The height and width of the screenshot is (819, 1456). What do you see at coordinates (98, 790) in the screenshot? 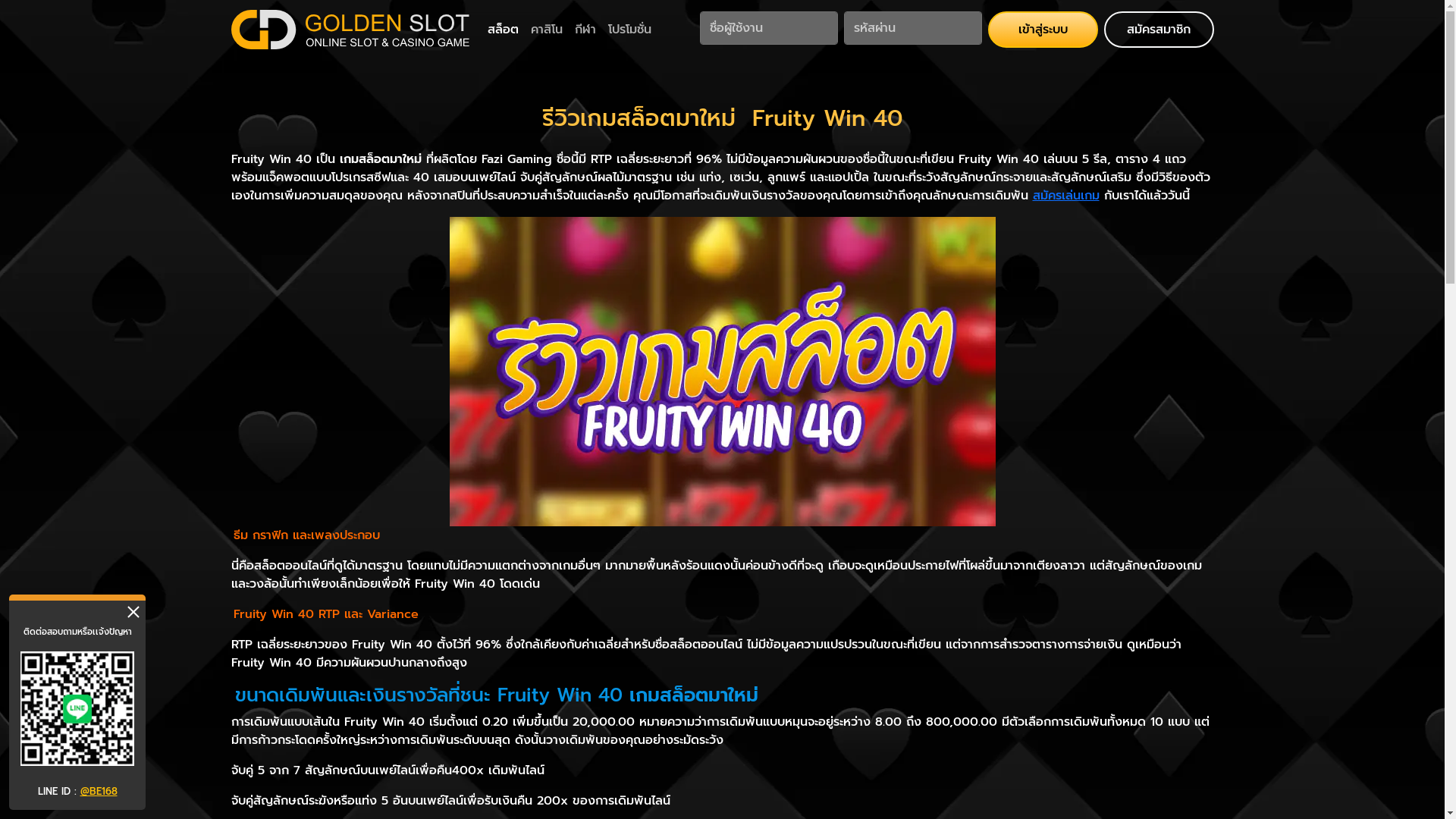
I see `'@BE168'` at bounding box center [98, 790].